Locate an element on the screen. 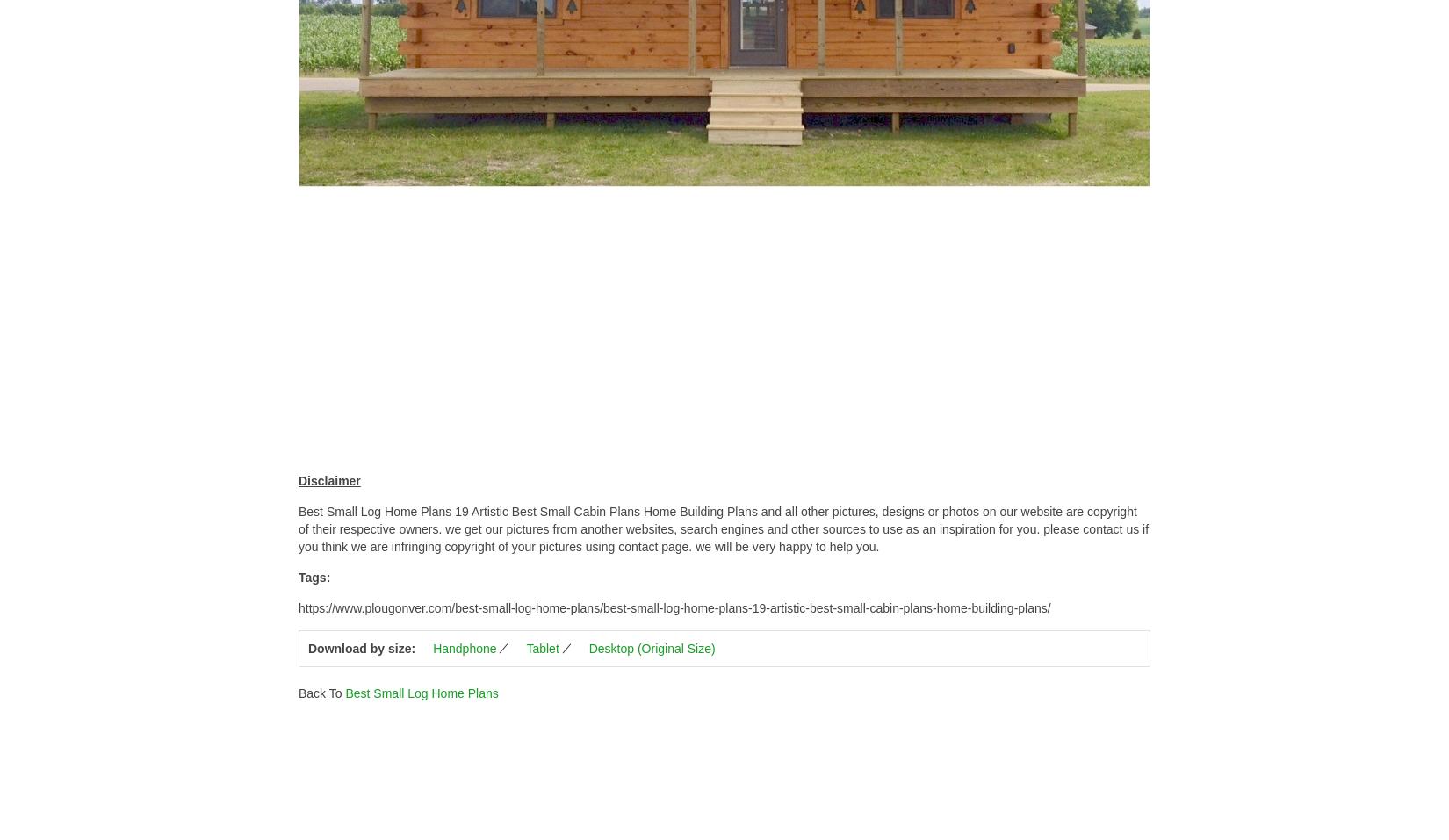  'Download by size:' is located at coordinates (362, 648).